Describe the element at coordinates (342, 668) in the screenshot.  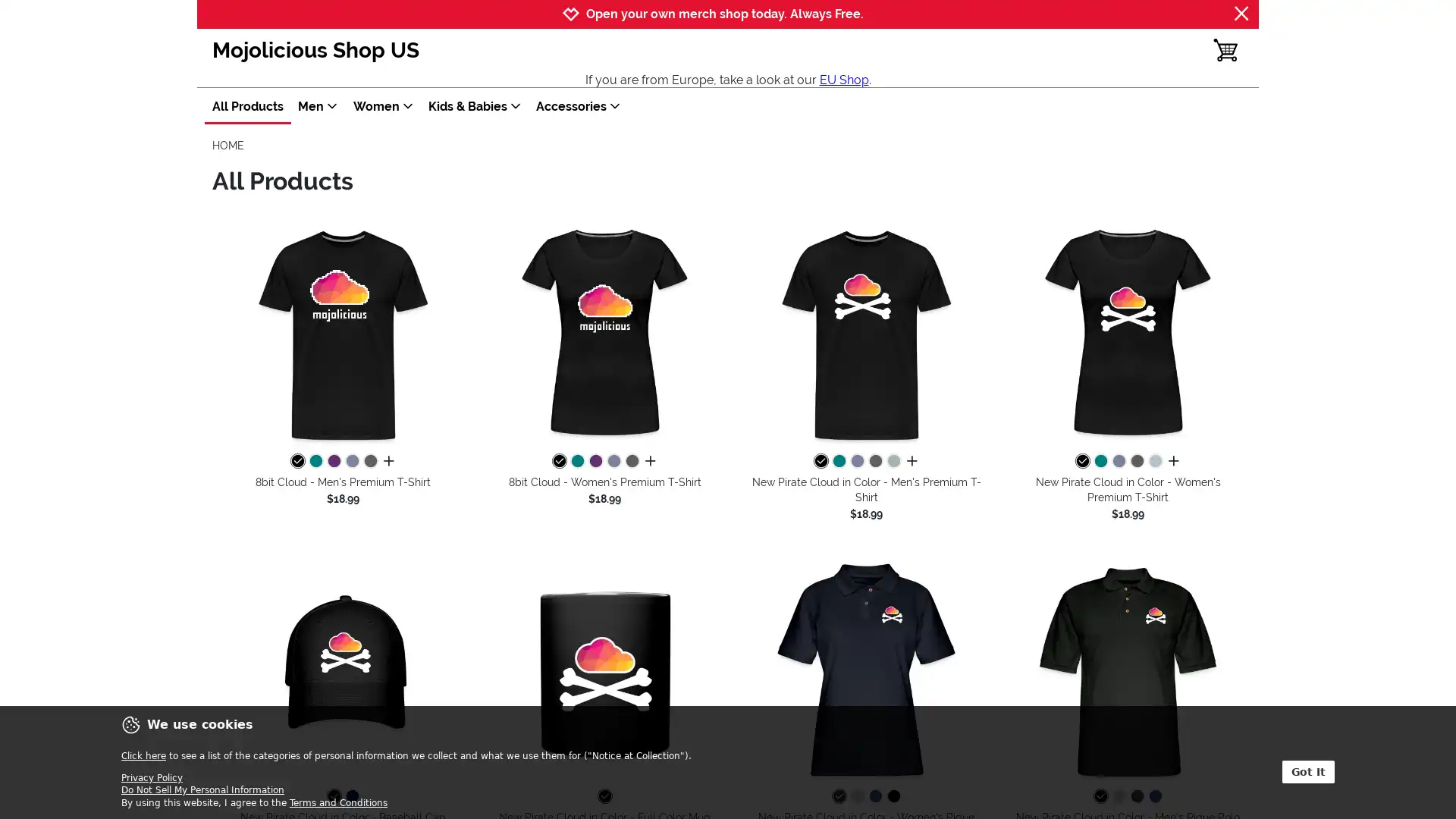
I see `New Pirate Cloud in Color - Baseball Cap` at that location.